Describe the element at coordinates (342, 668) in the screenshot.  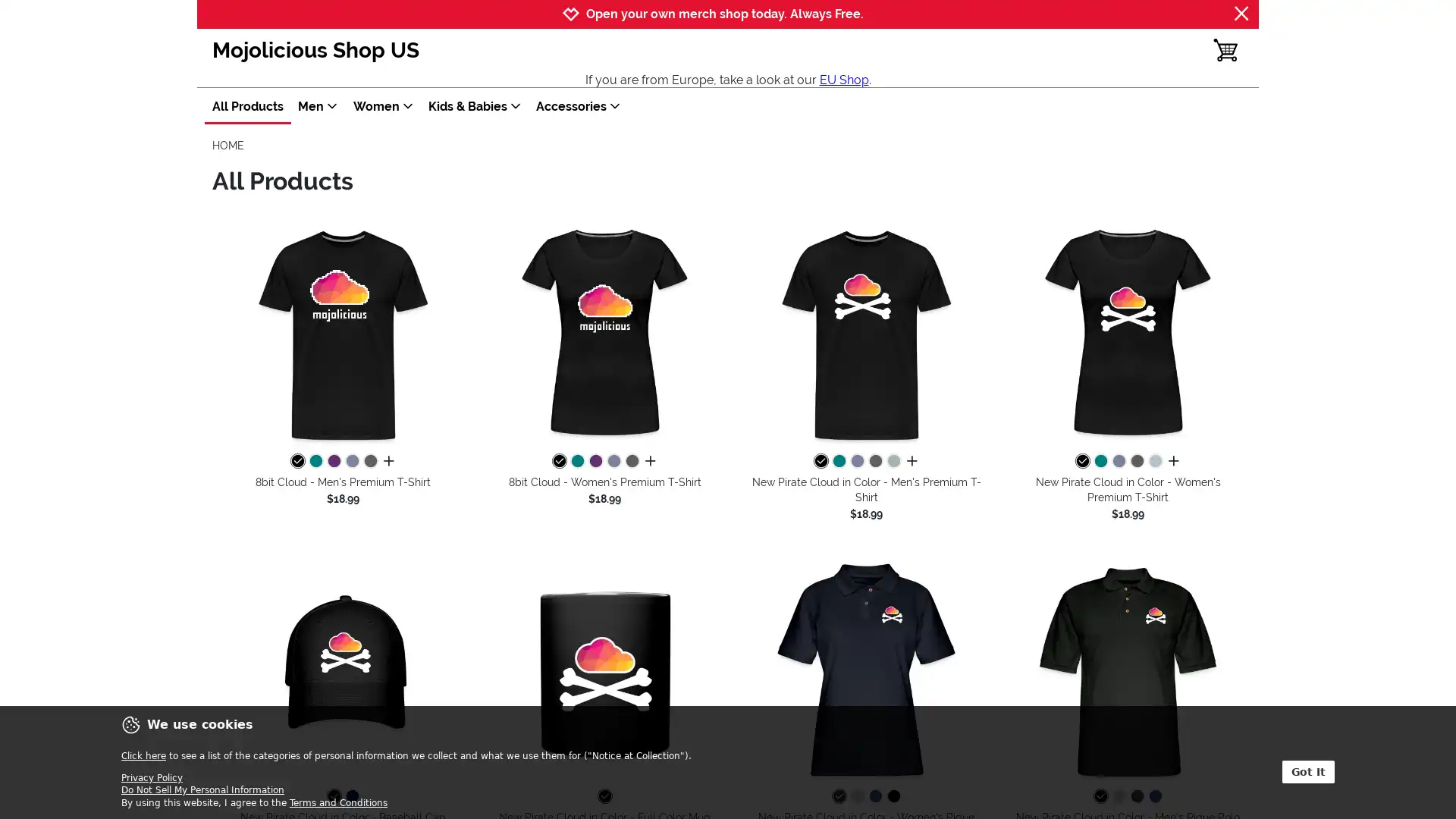
I see `New Pirate Cloud in Color - Baseball Cap` at that location.